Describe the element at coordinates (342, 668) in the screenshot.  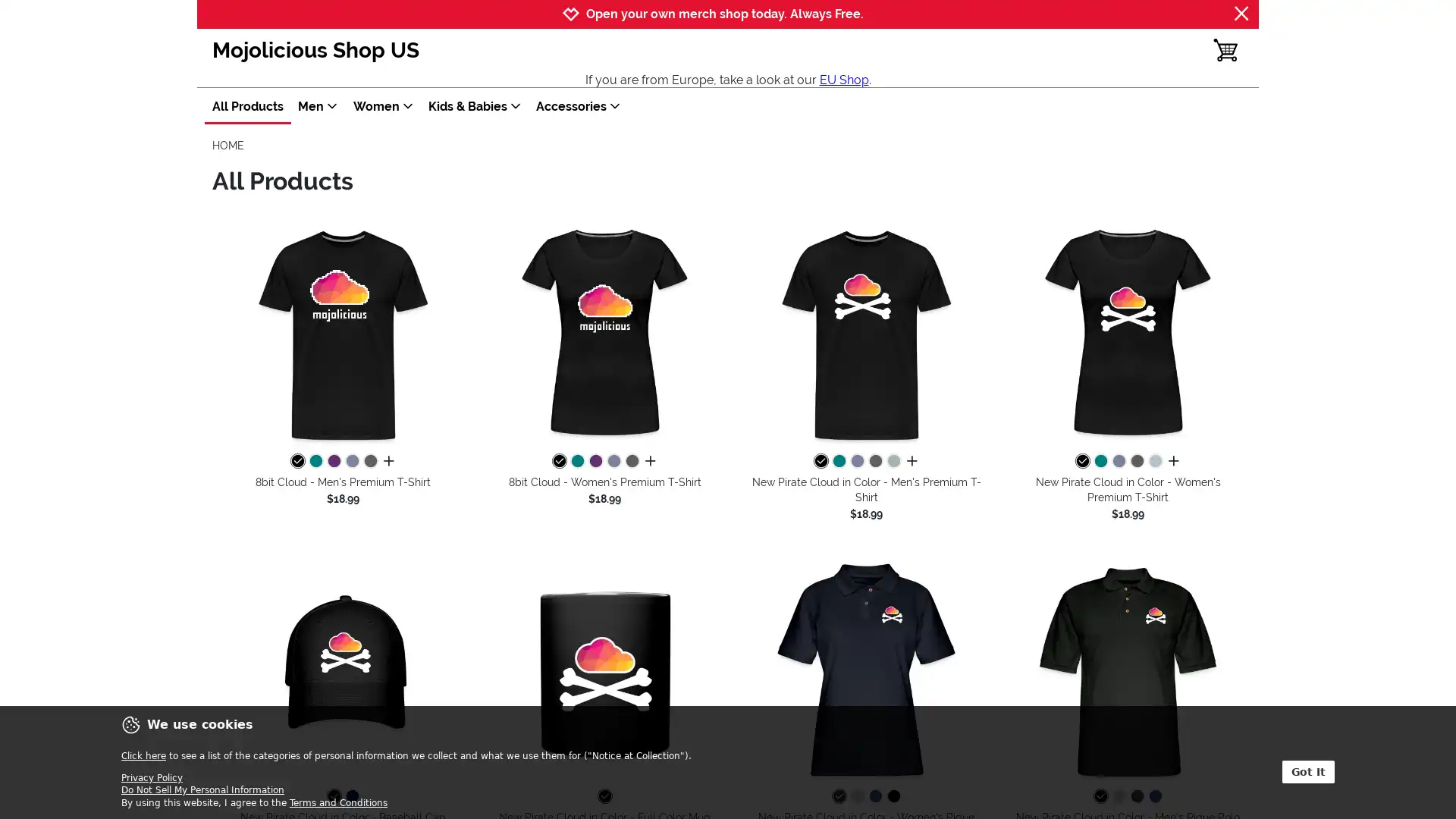
I see `New Pirate Cloud in Color - Baseball Cap` at that location.